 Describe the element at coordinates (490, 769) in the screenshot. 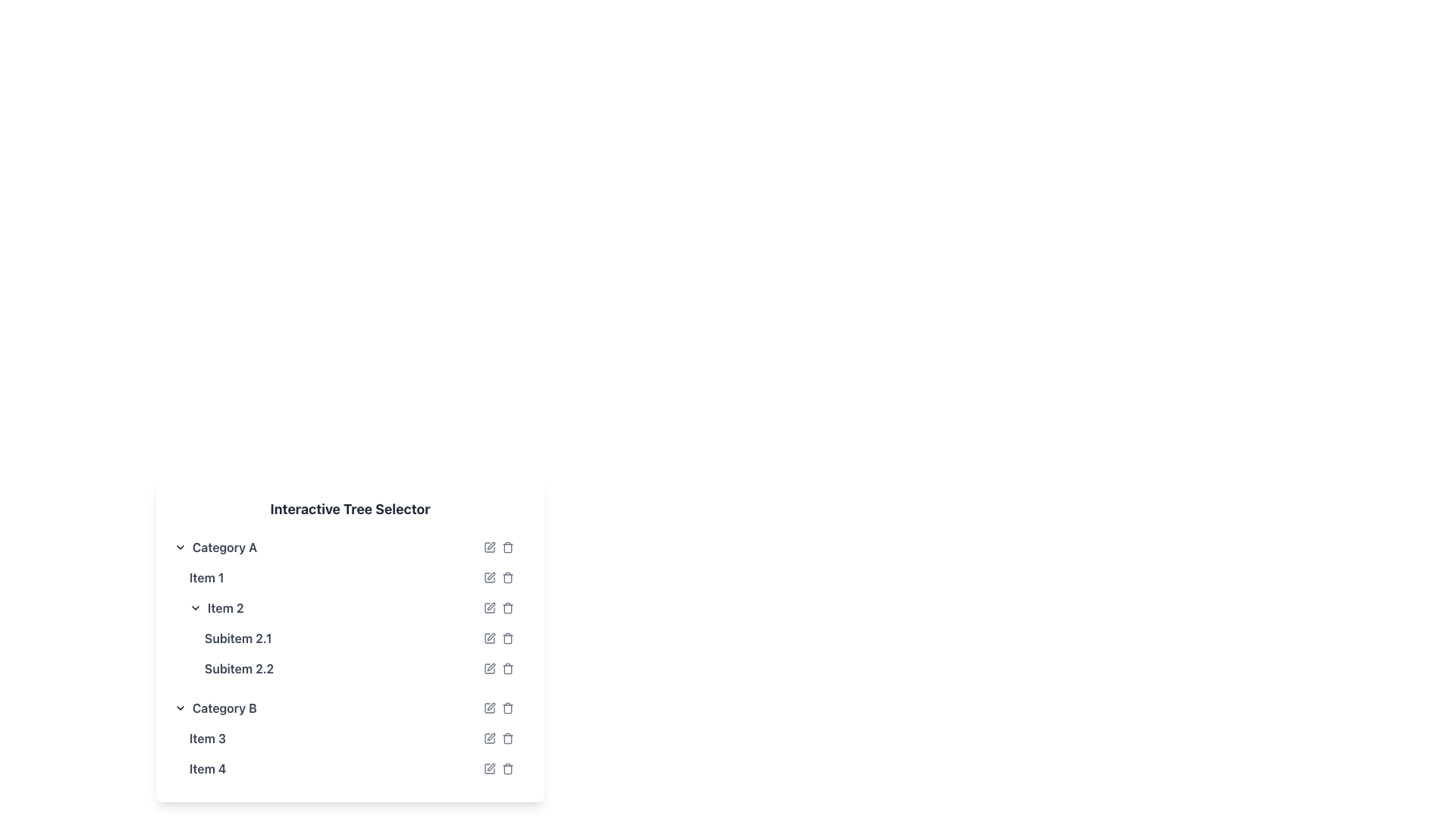

I see `the edit action button icon located to the right of the 'Item 4' label in the 'Interactive Tree Selector' list` at that location.